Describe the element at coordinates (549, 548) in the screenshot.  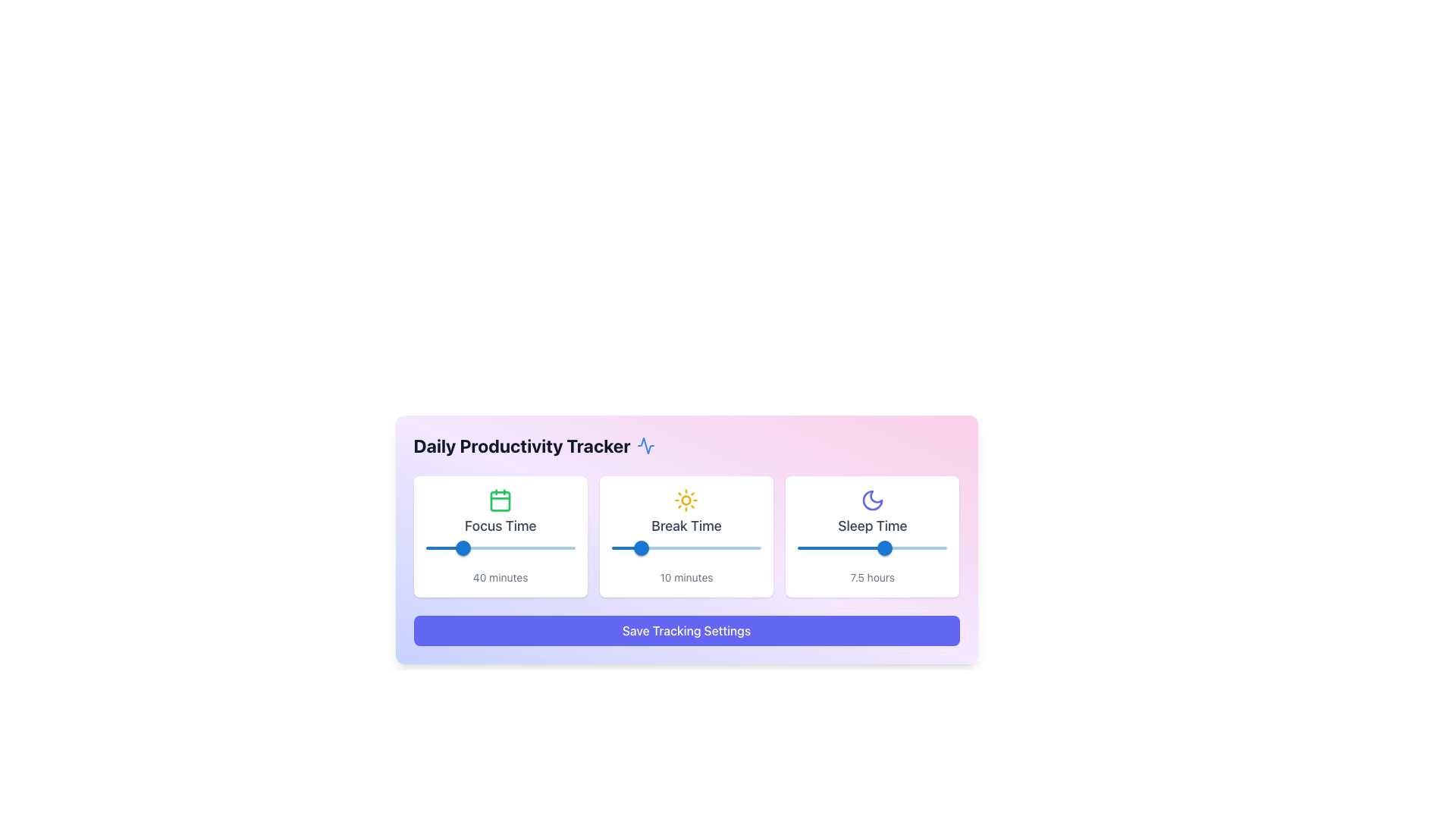
I see `the focus time` at that location.